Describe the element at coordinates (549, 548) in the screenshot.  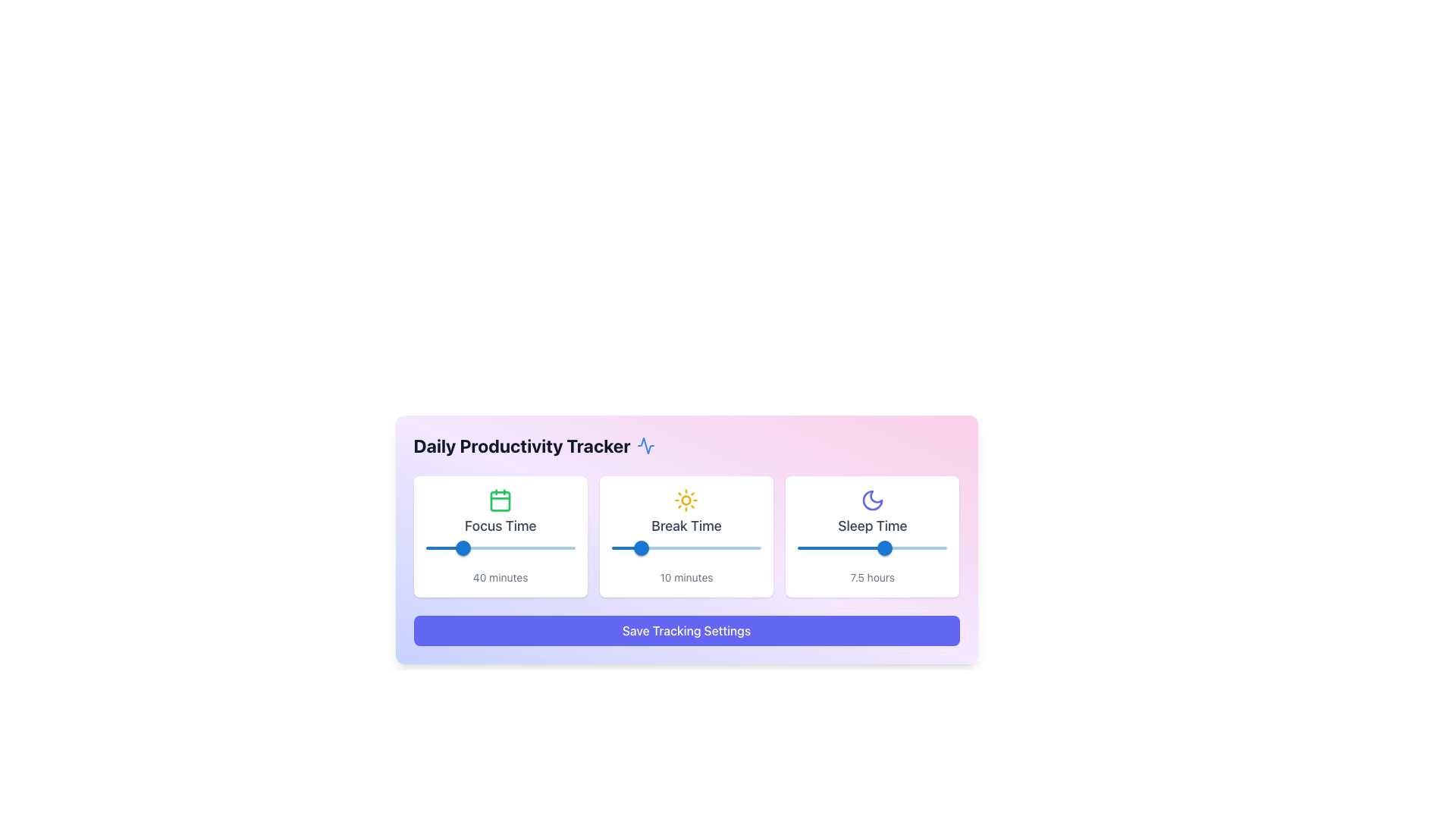
I see `the focus time` at that location.